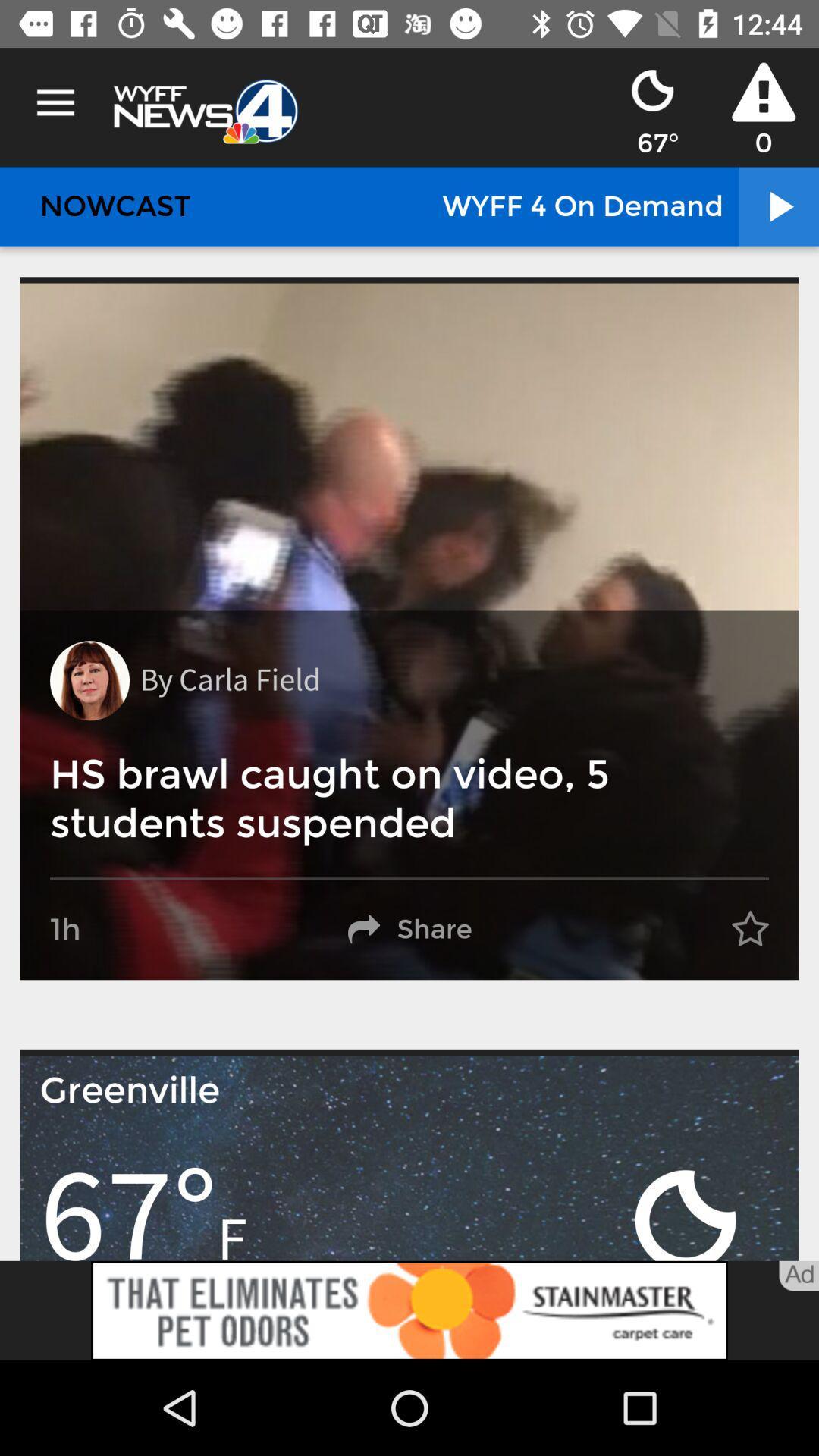 The width and height of the screenshot is (819, 1456). Describe the element at coordinates (409, 1310) in the screenshot. I see `open the advertisement` at that location.